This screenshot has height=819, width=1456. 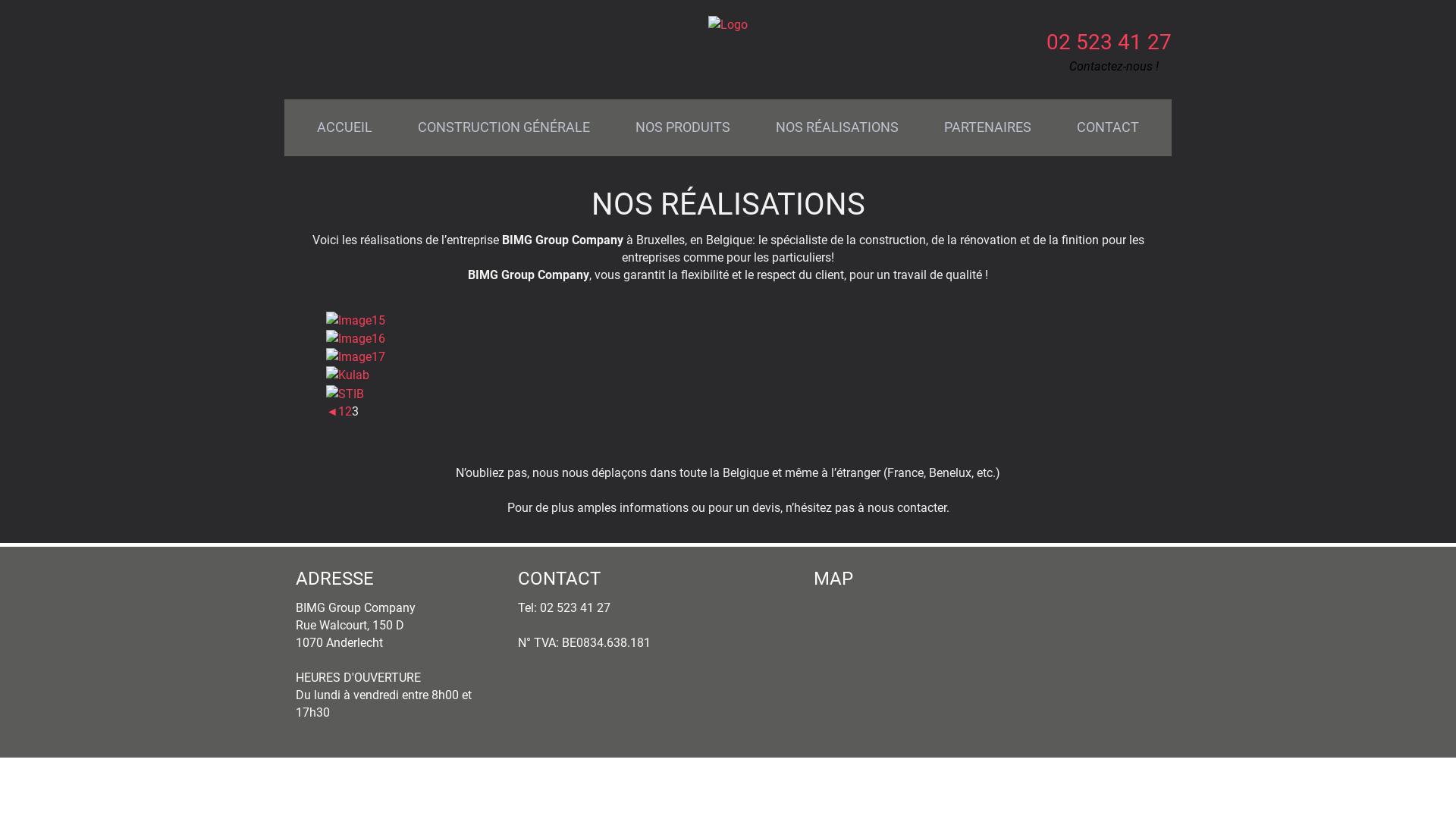 I want to click on 'NOS PRODUITS', so click(x=682, y=127).